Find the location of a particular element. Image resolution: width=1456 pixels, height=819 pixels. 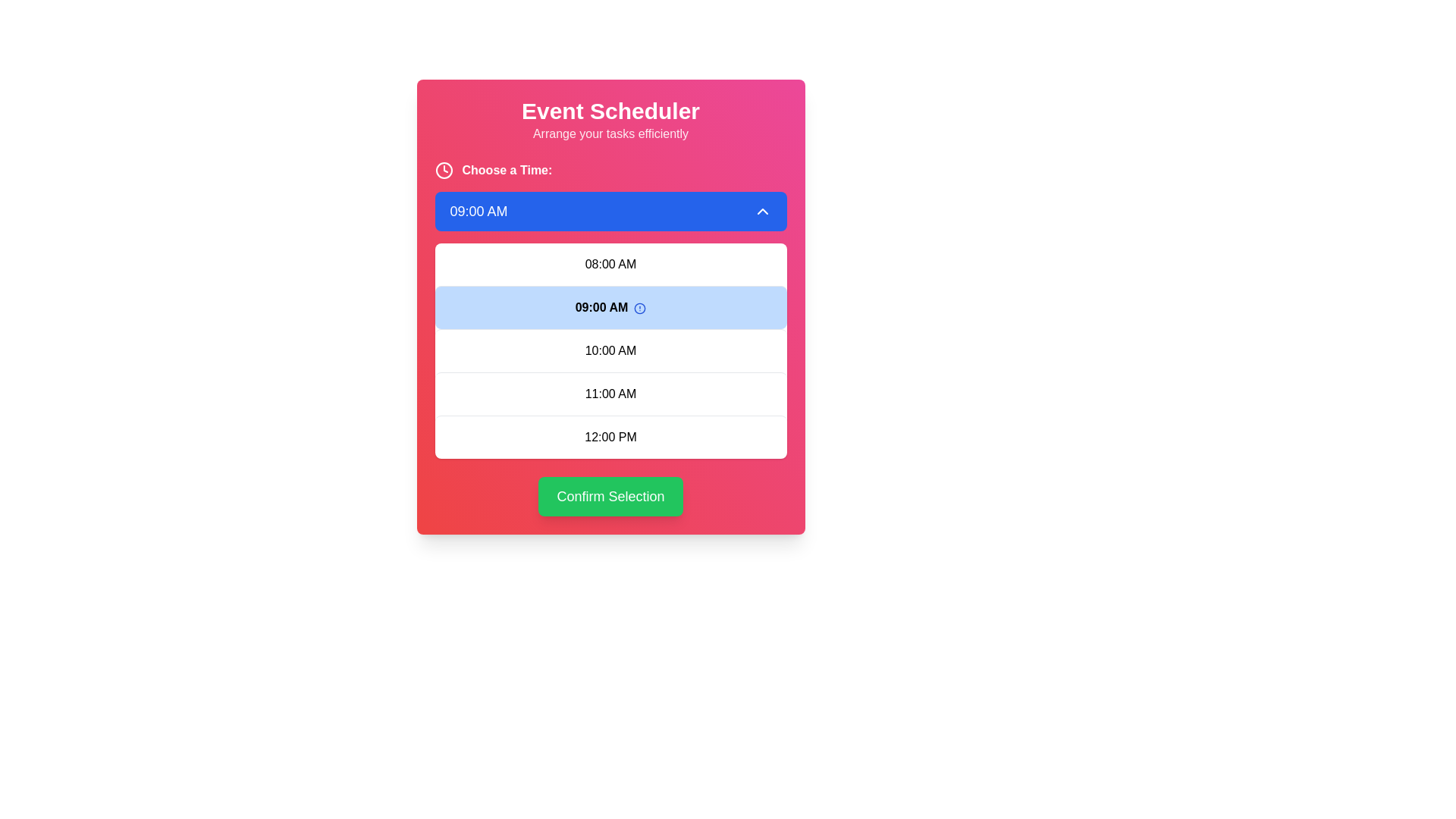

the '12:00 PM' time choice in the dropdown menu is located at coordinates (610, 437).